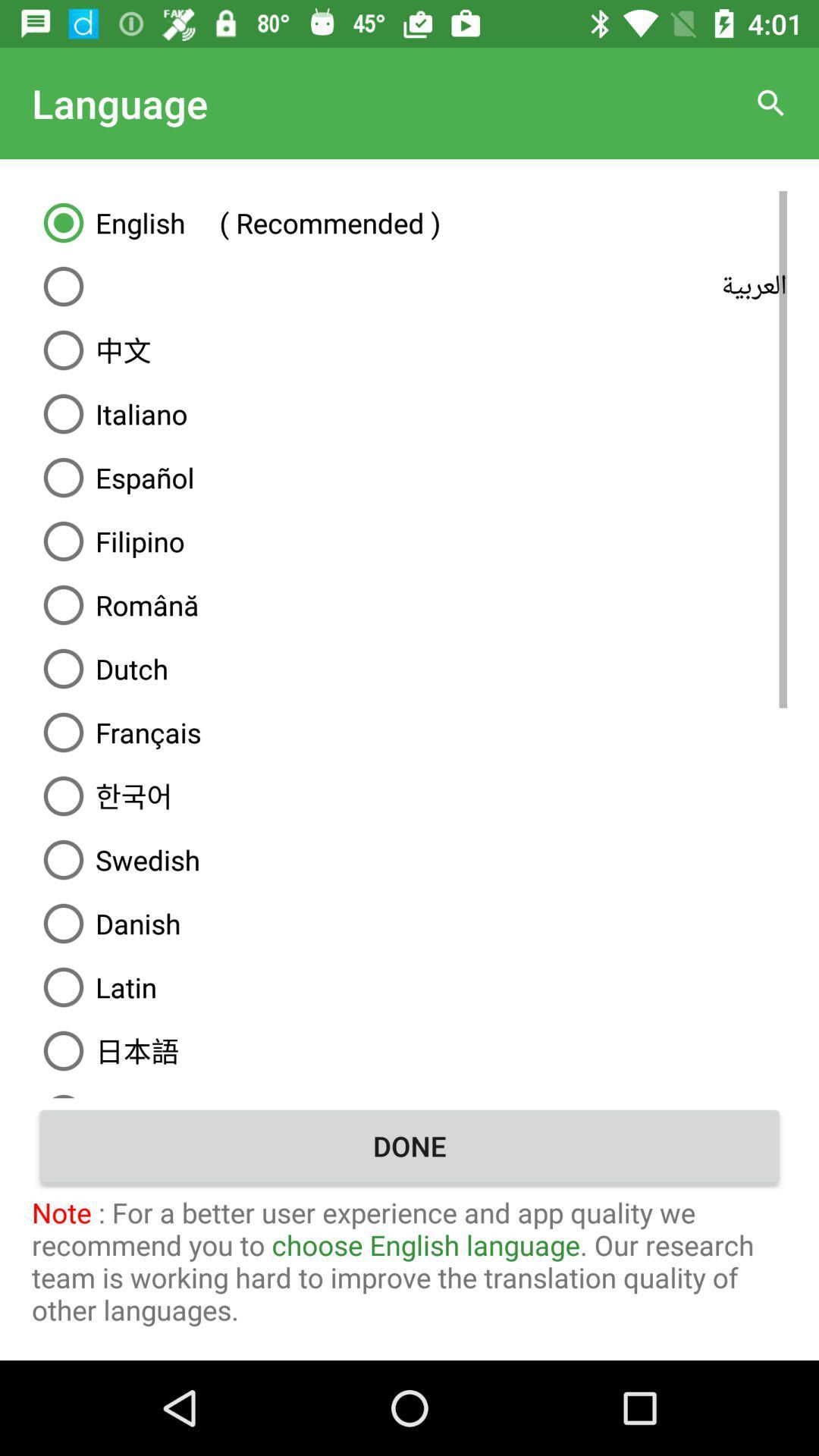 The height and width of the screenshot is (1456, 819). Describe the element at coordinates (771, 102) in the screenshot. I see `icon to the right of the language item` at that location.